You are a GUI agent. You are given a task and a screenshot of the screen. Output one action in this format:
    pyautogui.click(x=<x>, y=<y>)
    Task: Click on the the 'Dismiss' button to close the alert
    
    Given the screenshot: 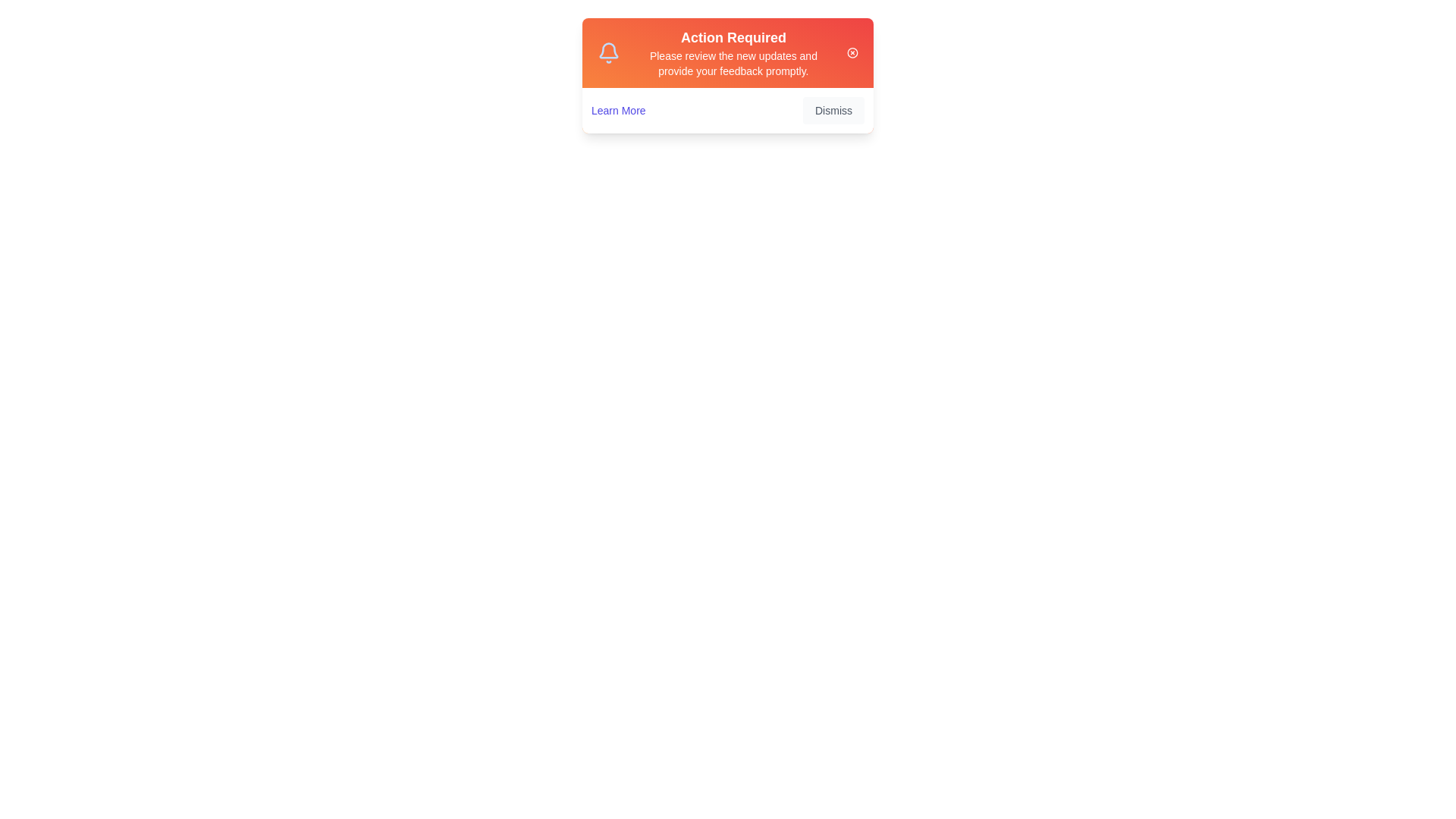 What is the action you would take?
    pyautogui.click(x=833, y=110)
    